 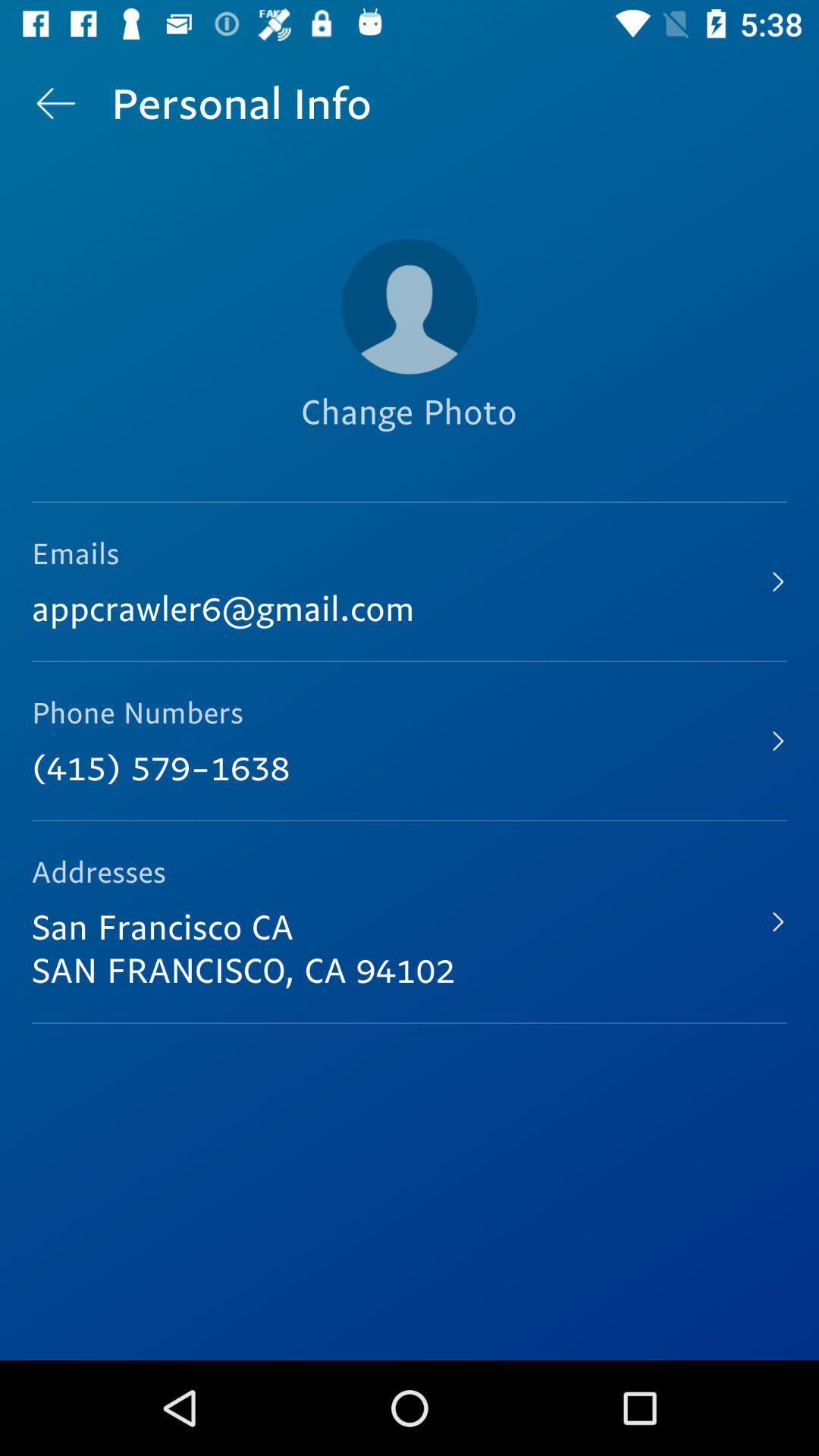 What do you see at coordinates (55, 102) in the screenshot?
I see `icon at the top left corner` at bounding box center [55, 102].